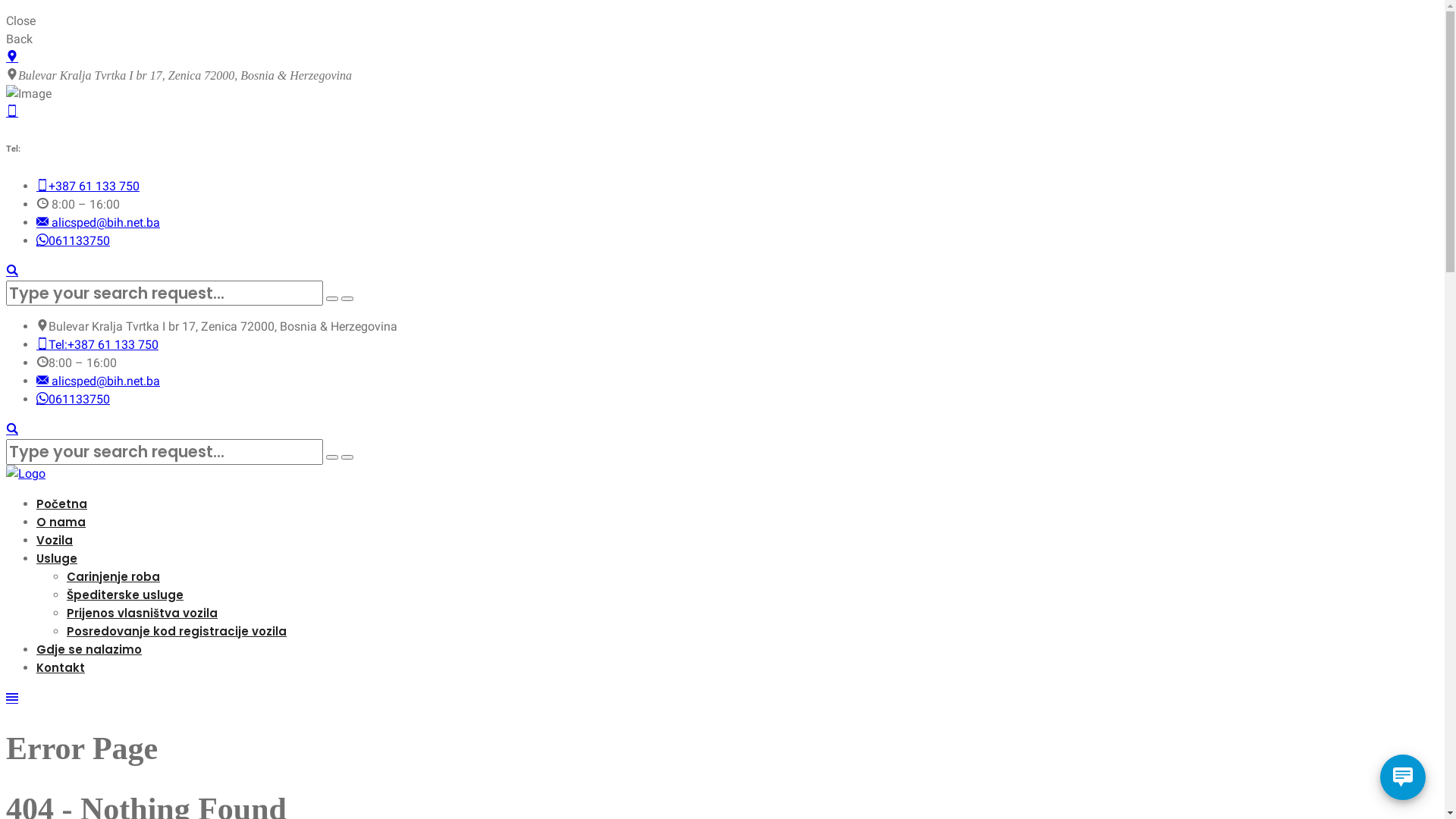  What do you see at coordinates (36, 648) in the screenshot?
I see `'Gdje se nalazimo'` at bounding box center [36, 648].